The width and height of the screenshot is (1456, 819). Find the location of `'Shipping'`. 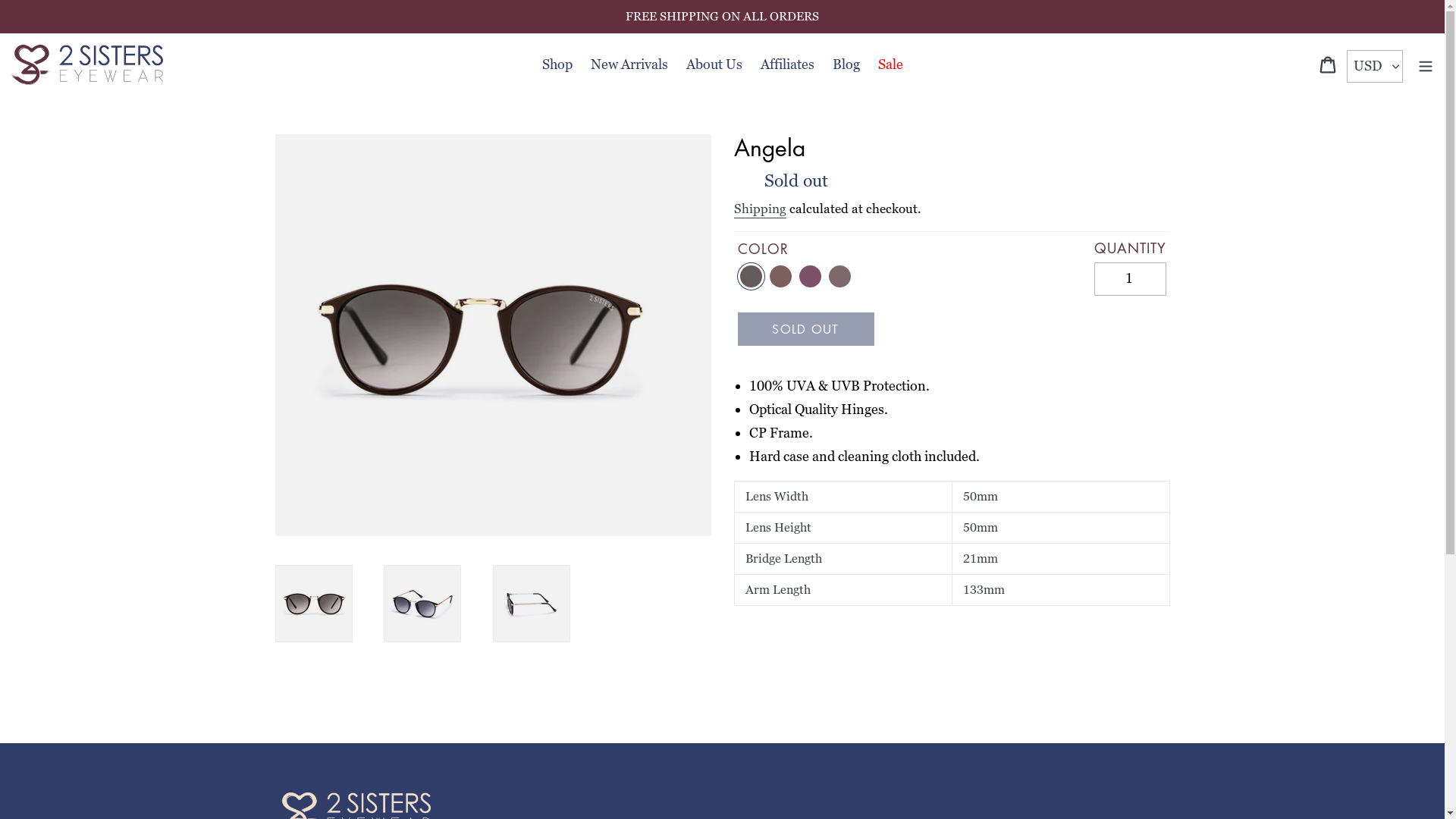

'Shipping' is located at coordinates (760, 209).